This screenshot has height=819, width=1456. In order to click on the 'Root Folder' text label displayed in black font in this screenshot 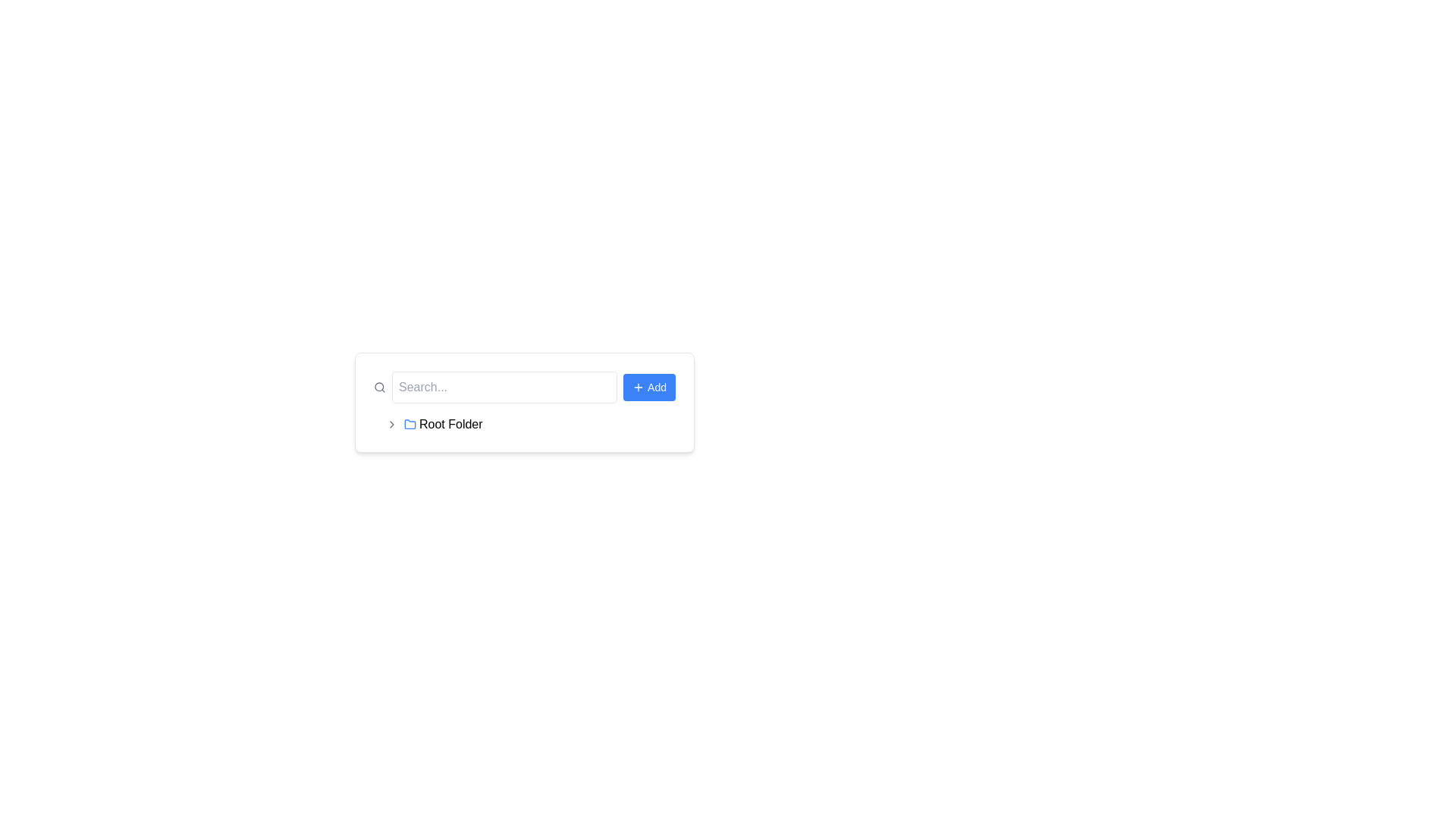, I will do `click(450, 424)`.